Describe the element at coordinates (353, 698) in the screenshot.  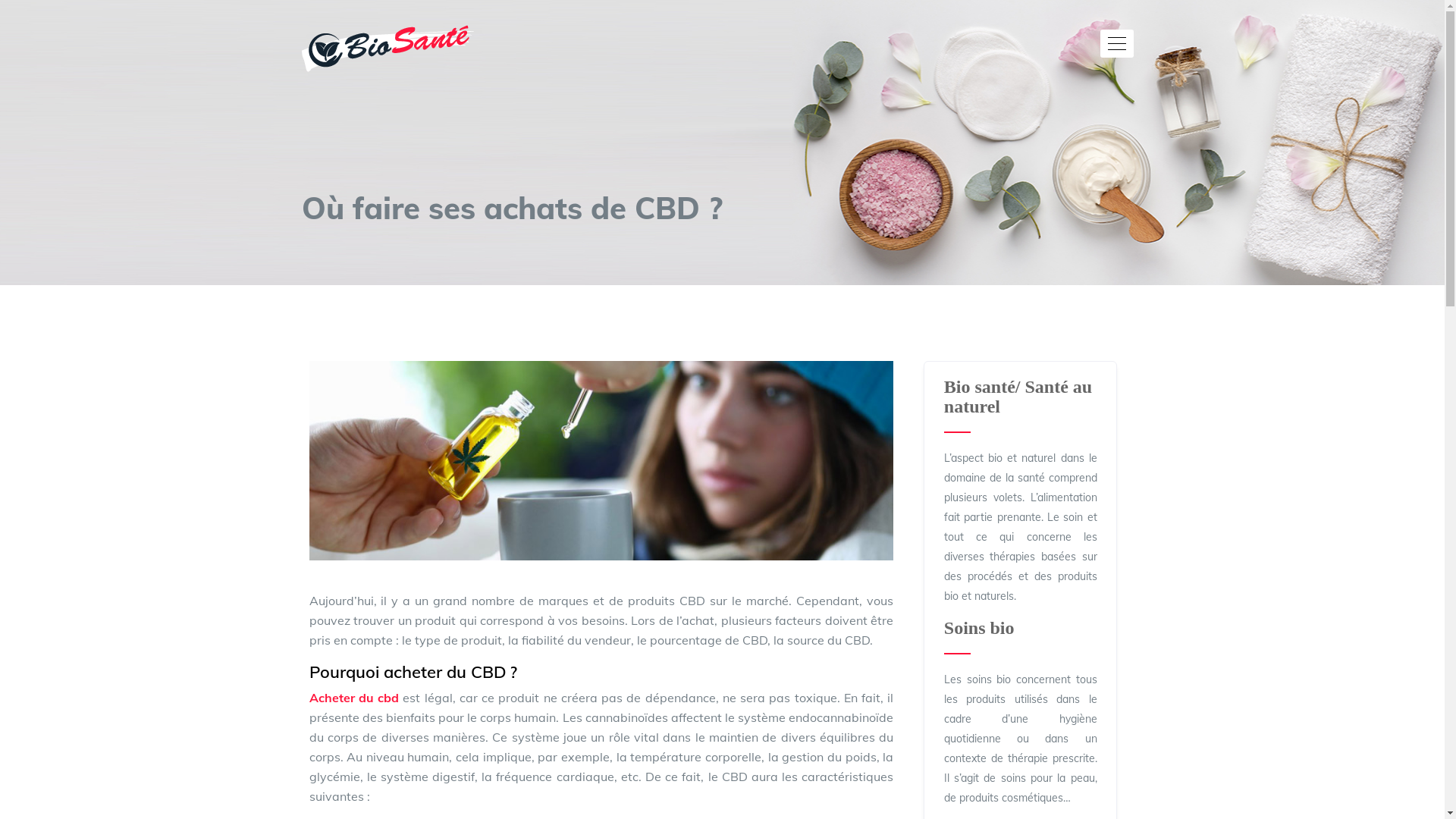
I see `'Acheter du cbd'` at that location.